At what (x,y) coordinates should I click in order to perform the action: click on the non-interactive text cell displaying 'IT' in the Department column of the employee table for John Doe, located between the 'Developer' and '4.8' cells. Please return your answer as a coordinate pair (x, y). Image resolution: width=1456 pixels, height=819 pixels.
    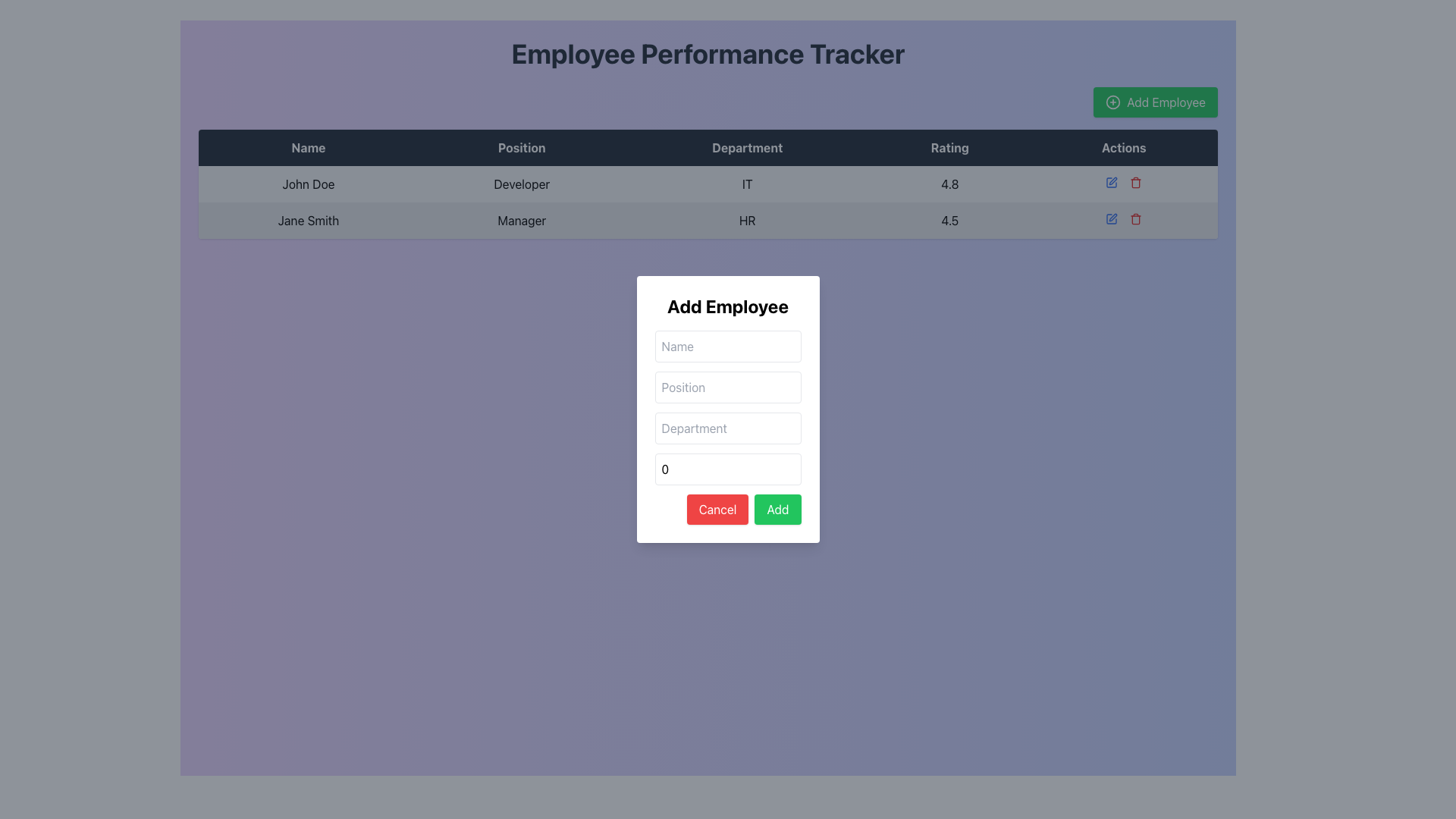
    Looking at the image, I should click on (747, 184).